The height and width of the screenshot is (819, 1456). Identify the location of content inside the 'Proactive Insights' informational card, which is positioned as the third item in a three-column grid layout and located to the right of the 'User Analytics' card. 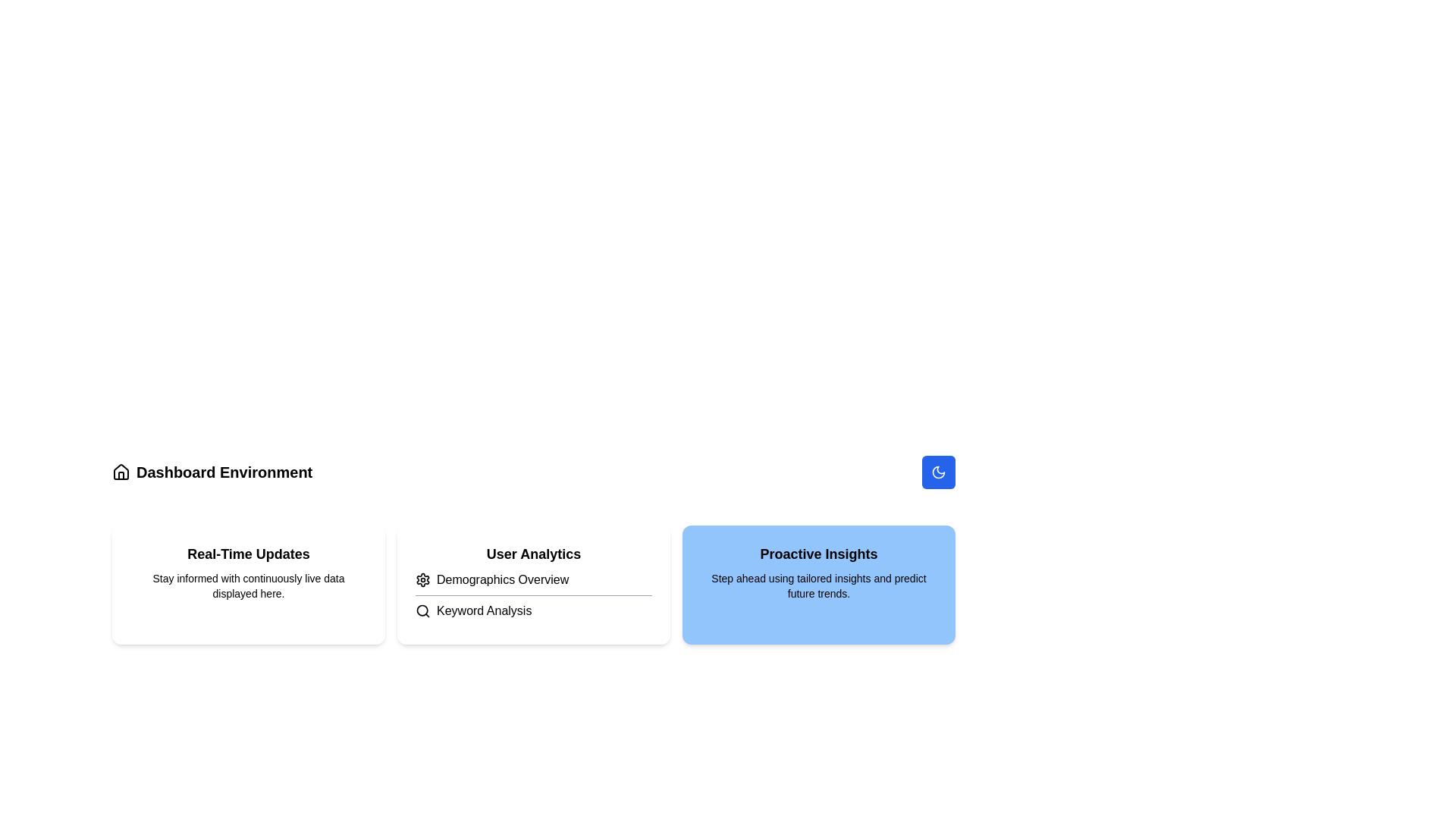
(818, 584).